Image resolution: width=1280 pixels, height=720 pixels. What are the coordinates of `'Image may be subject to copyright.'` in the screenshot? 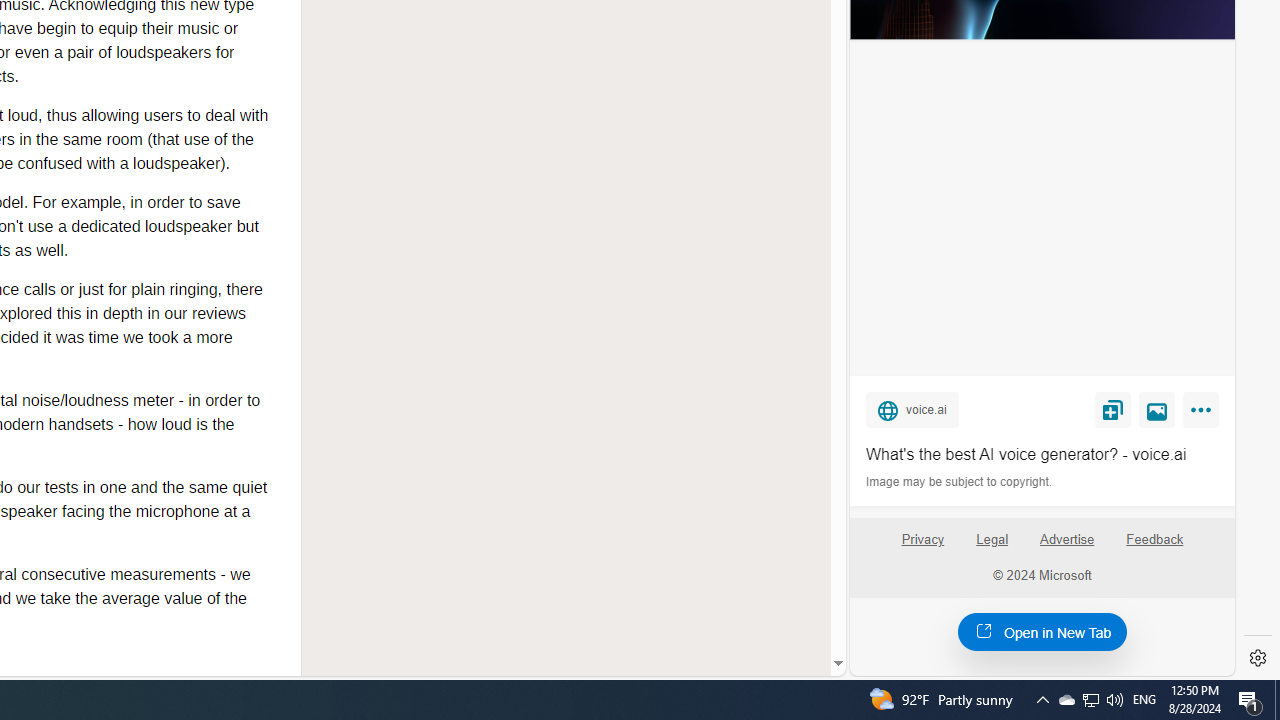 It's located at (960, 482).